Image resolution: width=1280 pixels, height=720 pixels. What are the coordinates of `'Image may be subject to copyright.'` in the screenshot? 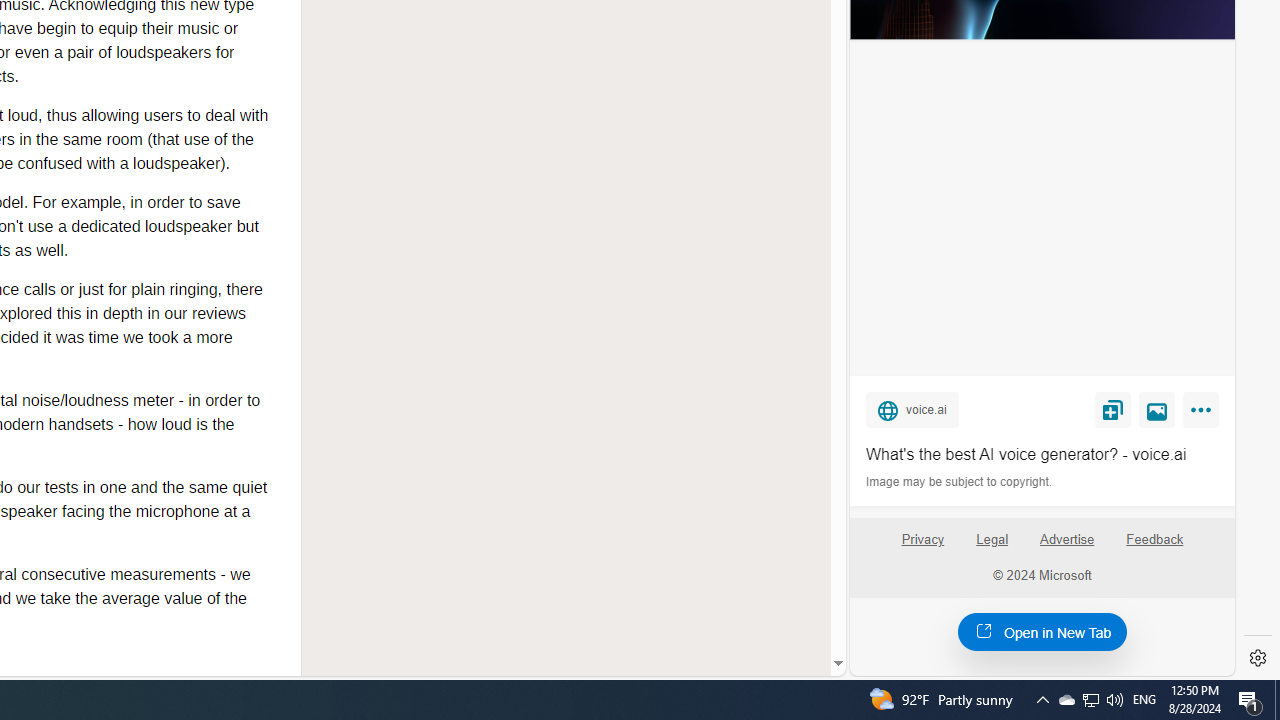 It's located at (960, 482).